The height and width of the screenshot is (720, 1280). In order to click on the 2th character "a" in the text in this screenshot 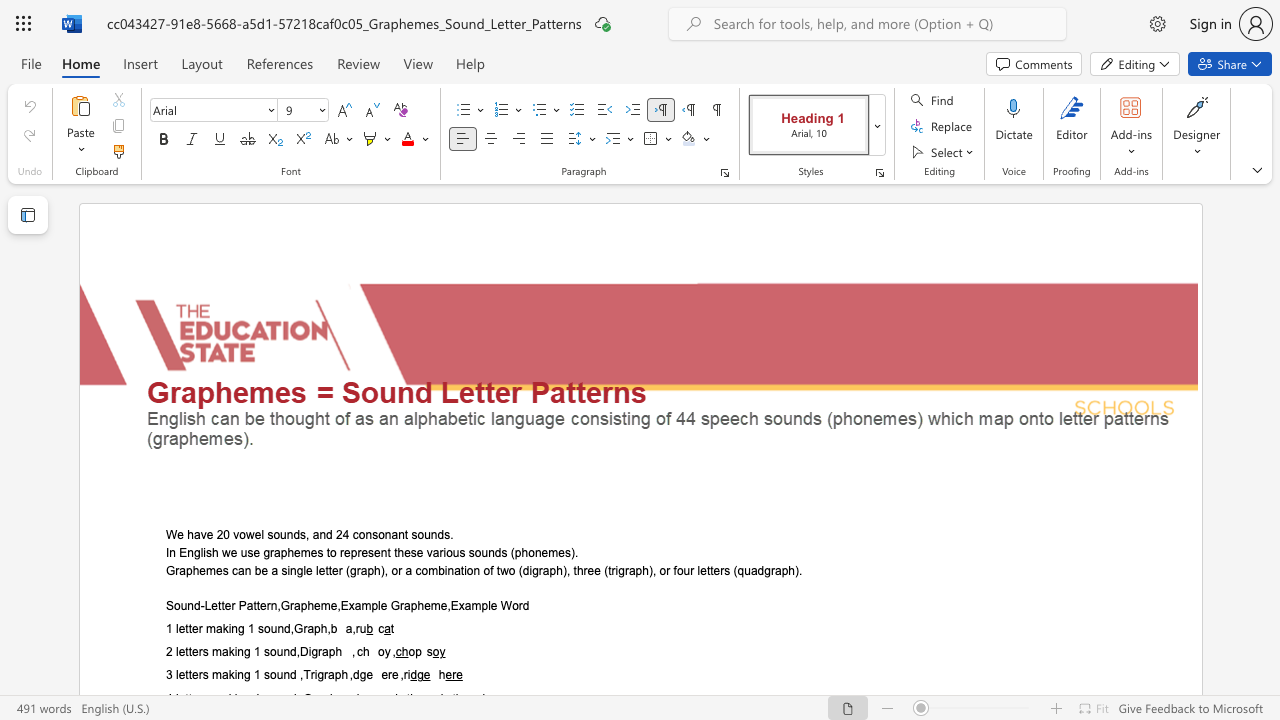, I will do `click(309, 628)`.